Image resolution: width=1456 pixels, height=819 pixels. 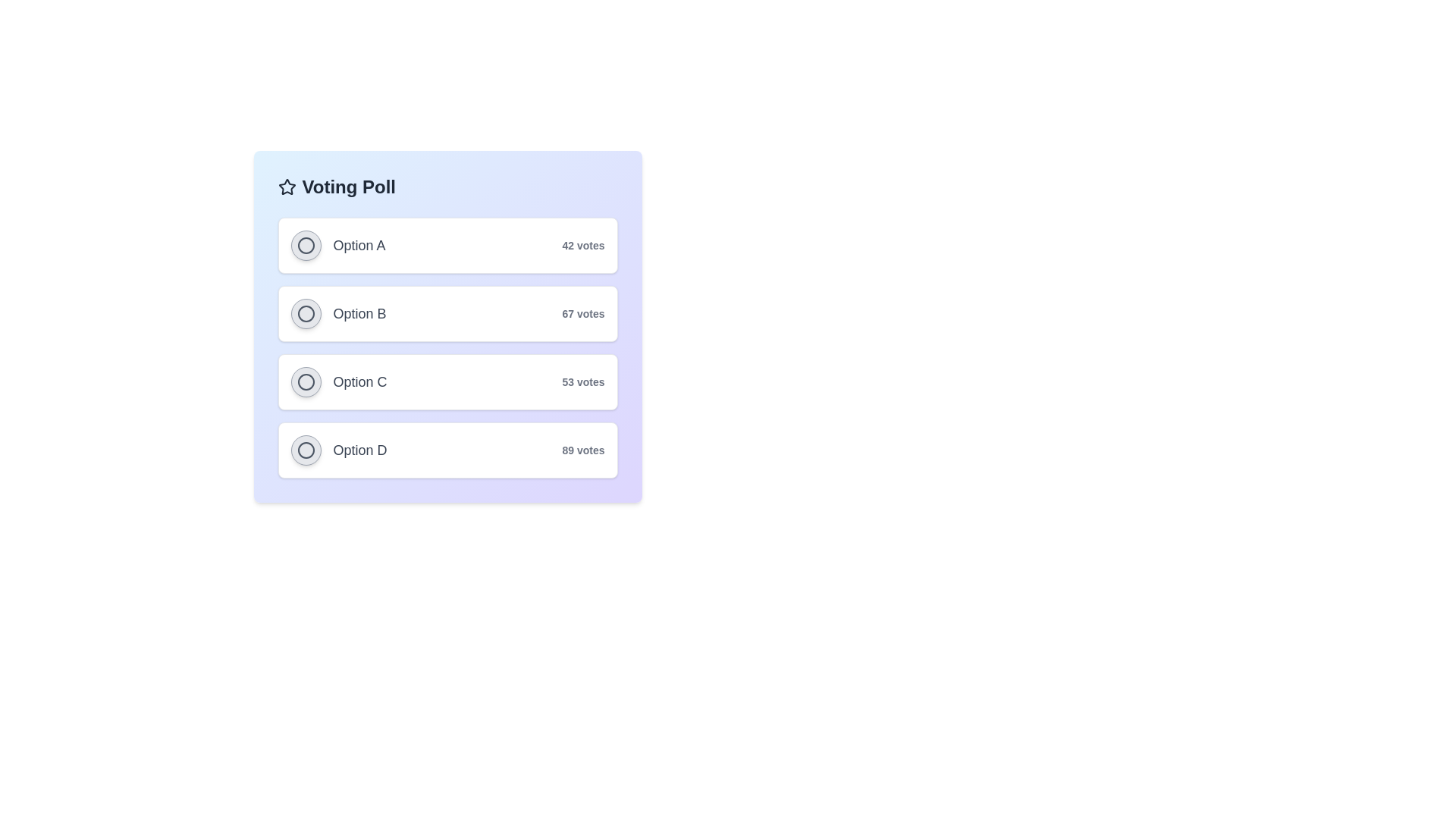 I want to click on the radio button for 'Option A' in the voting poll interface, so click(x=337, y=245).